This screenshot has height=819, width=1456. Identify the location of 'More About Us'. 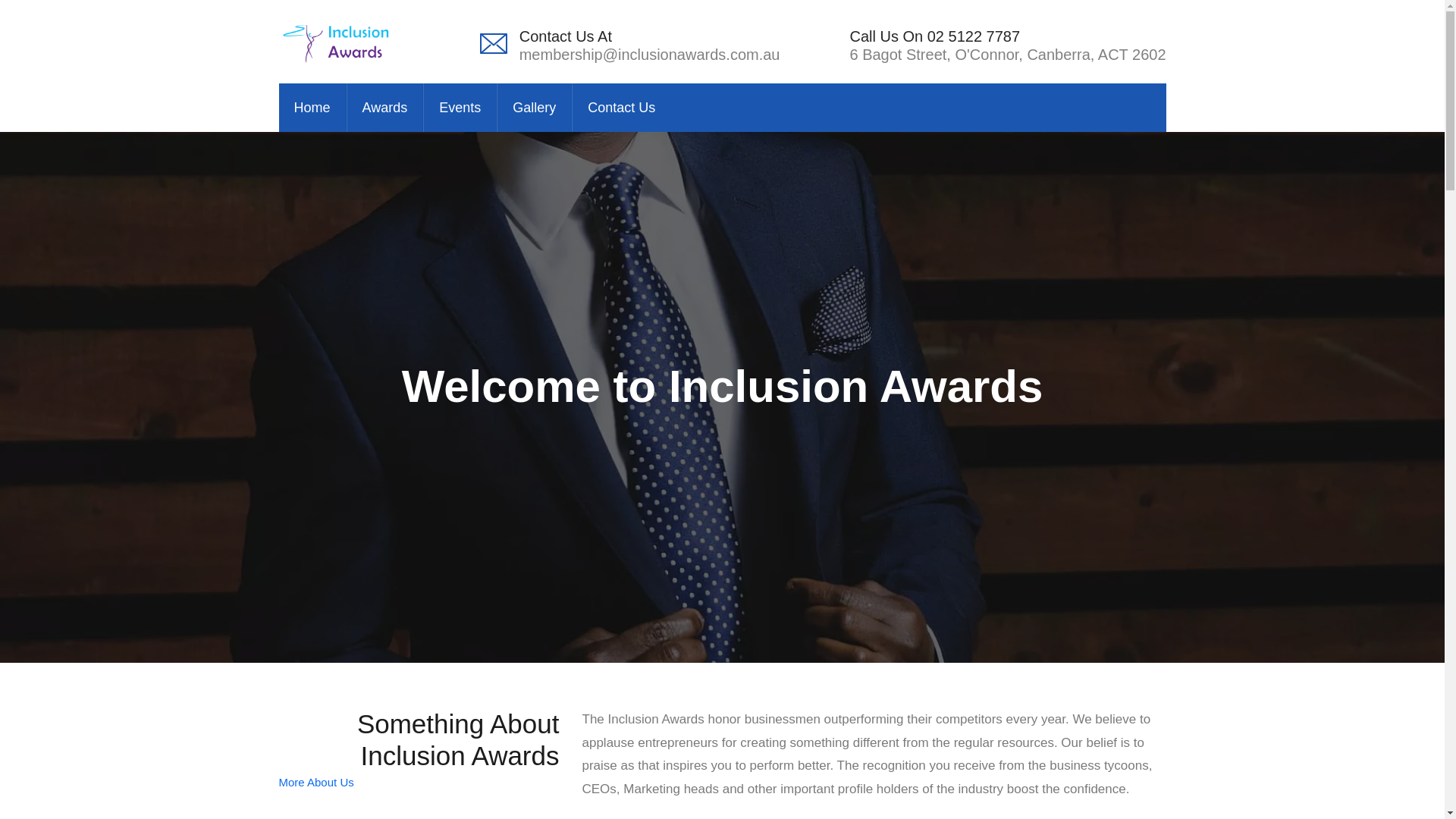
(315, 782).